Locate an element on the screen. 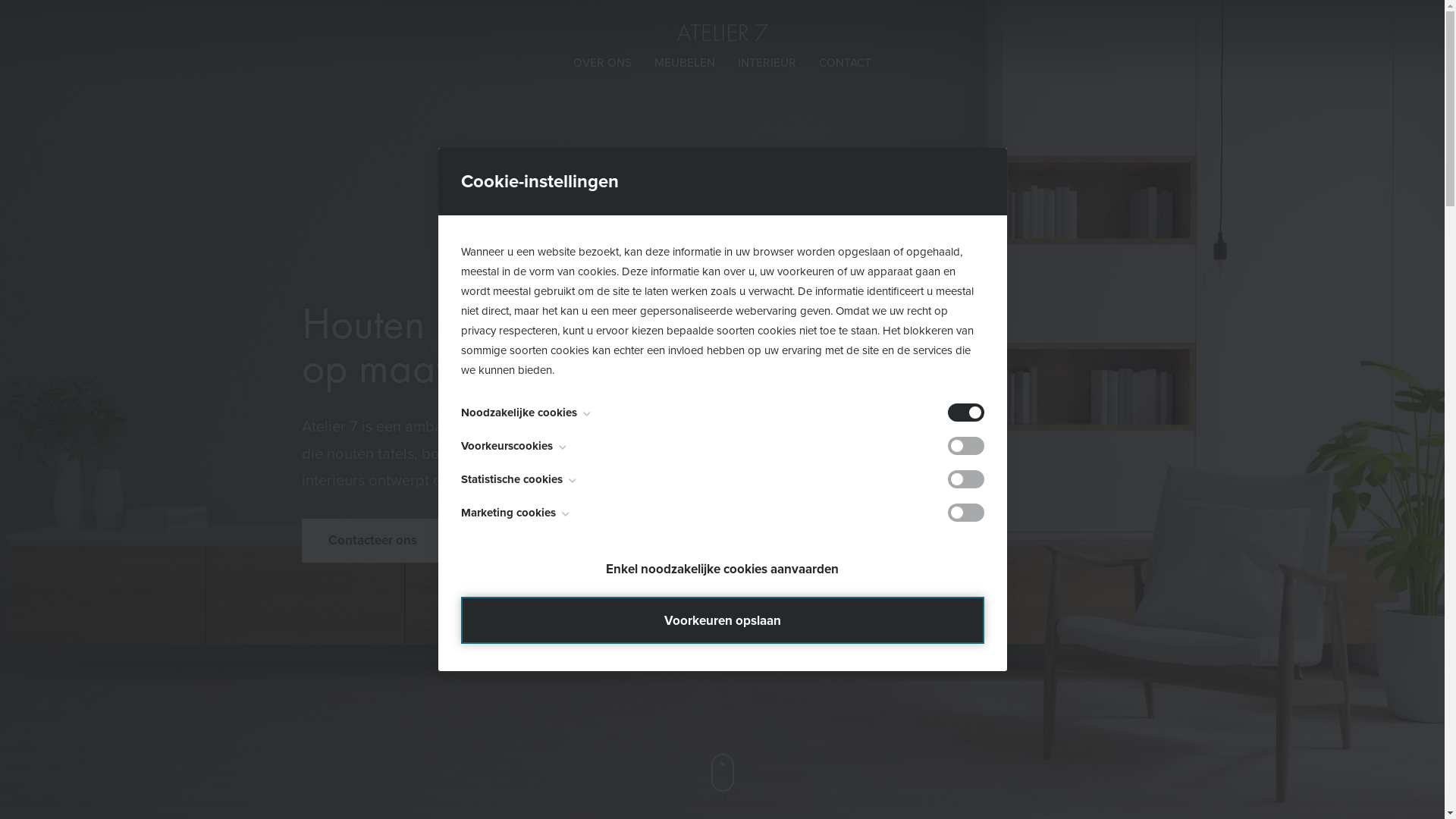 This screenshot has height=819, width=1456. 'CONTACT' is located at coordinates (844, 62).